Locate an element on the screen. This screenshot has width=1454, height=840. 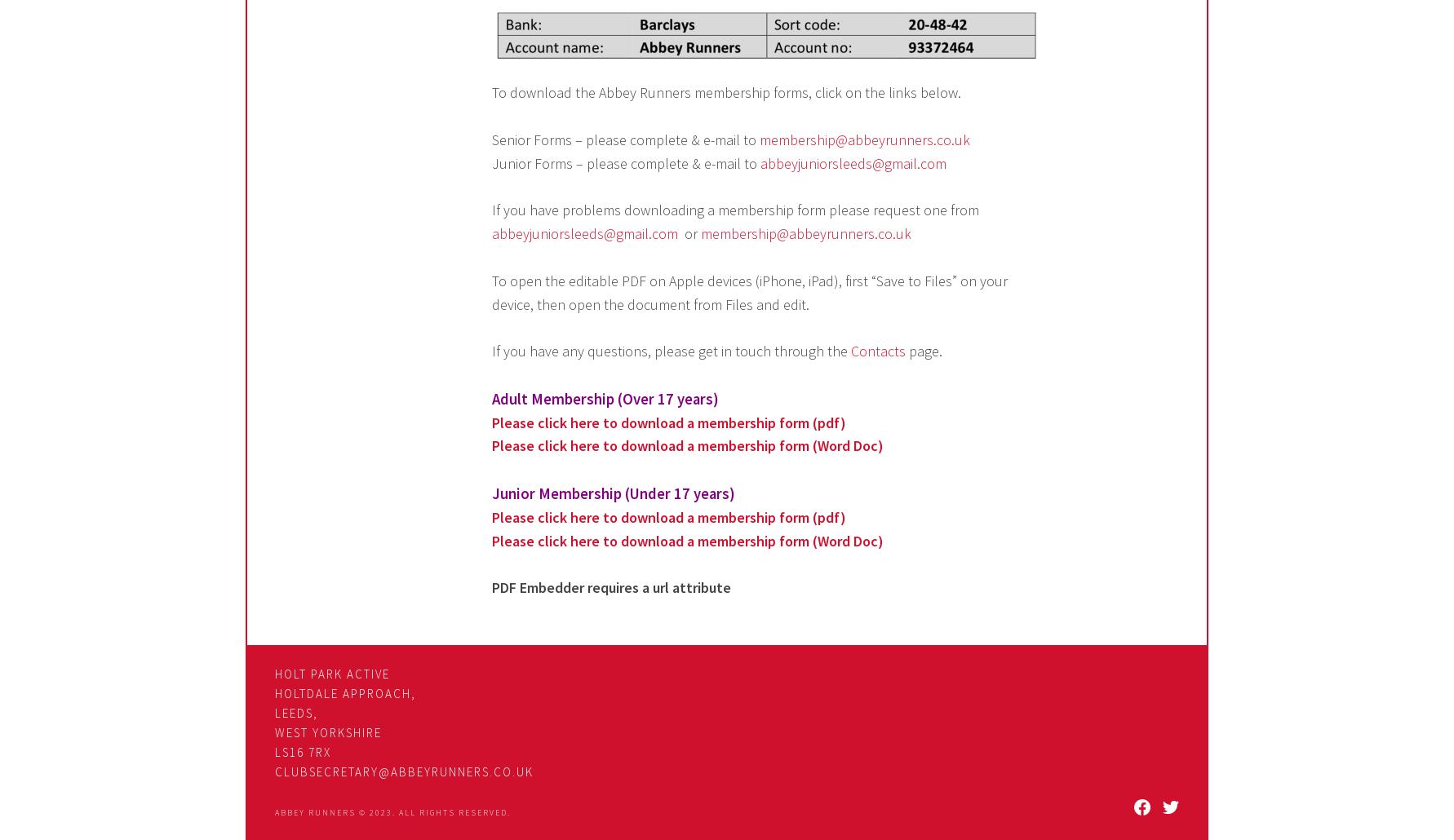
'Junior Membership (Under 17 years)' is located at coordinates (614, 493).